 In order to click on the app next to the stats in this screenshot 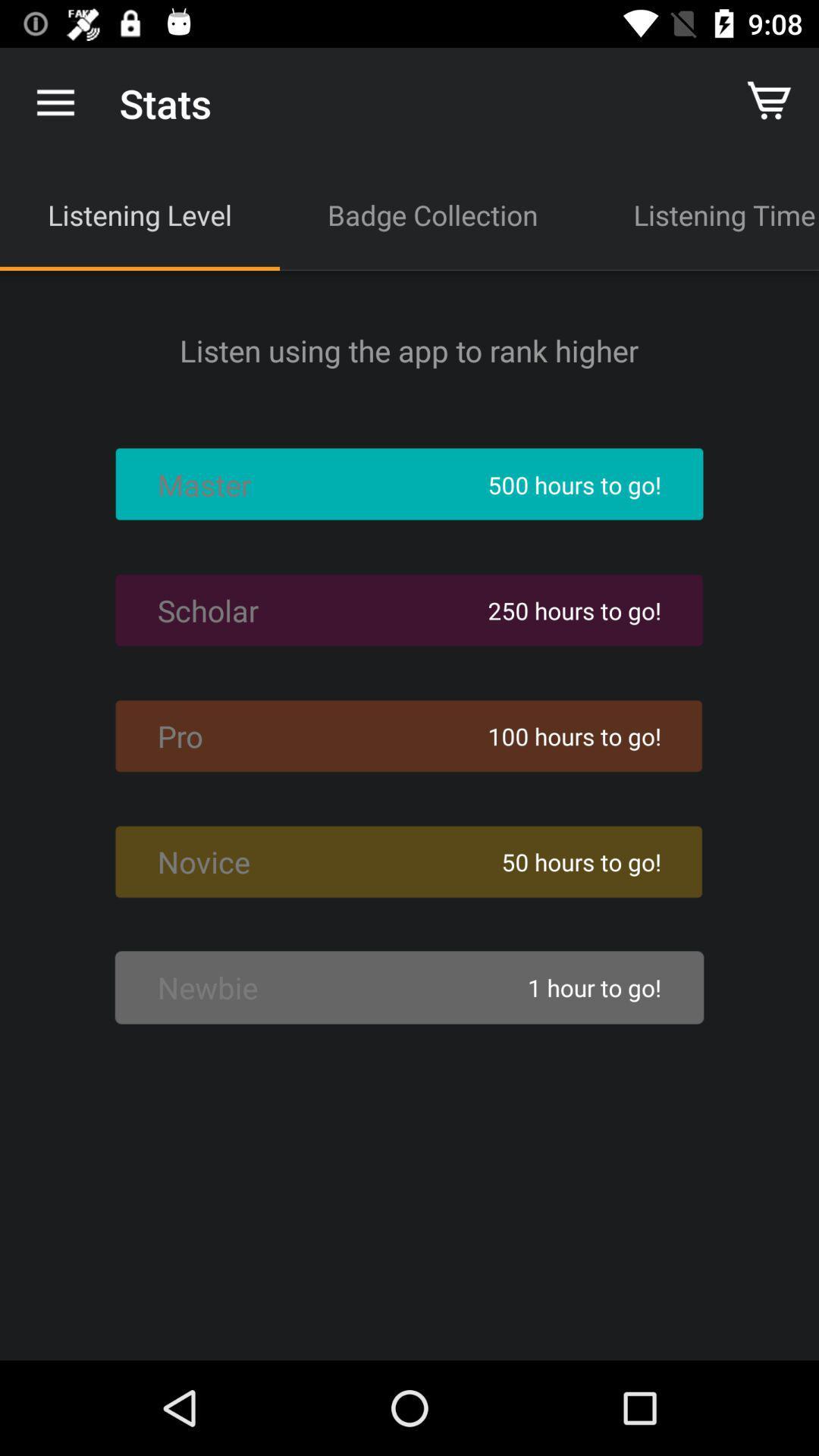, I will do `click(55, 102)`.